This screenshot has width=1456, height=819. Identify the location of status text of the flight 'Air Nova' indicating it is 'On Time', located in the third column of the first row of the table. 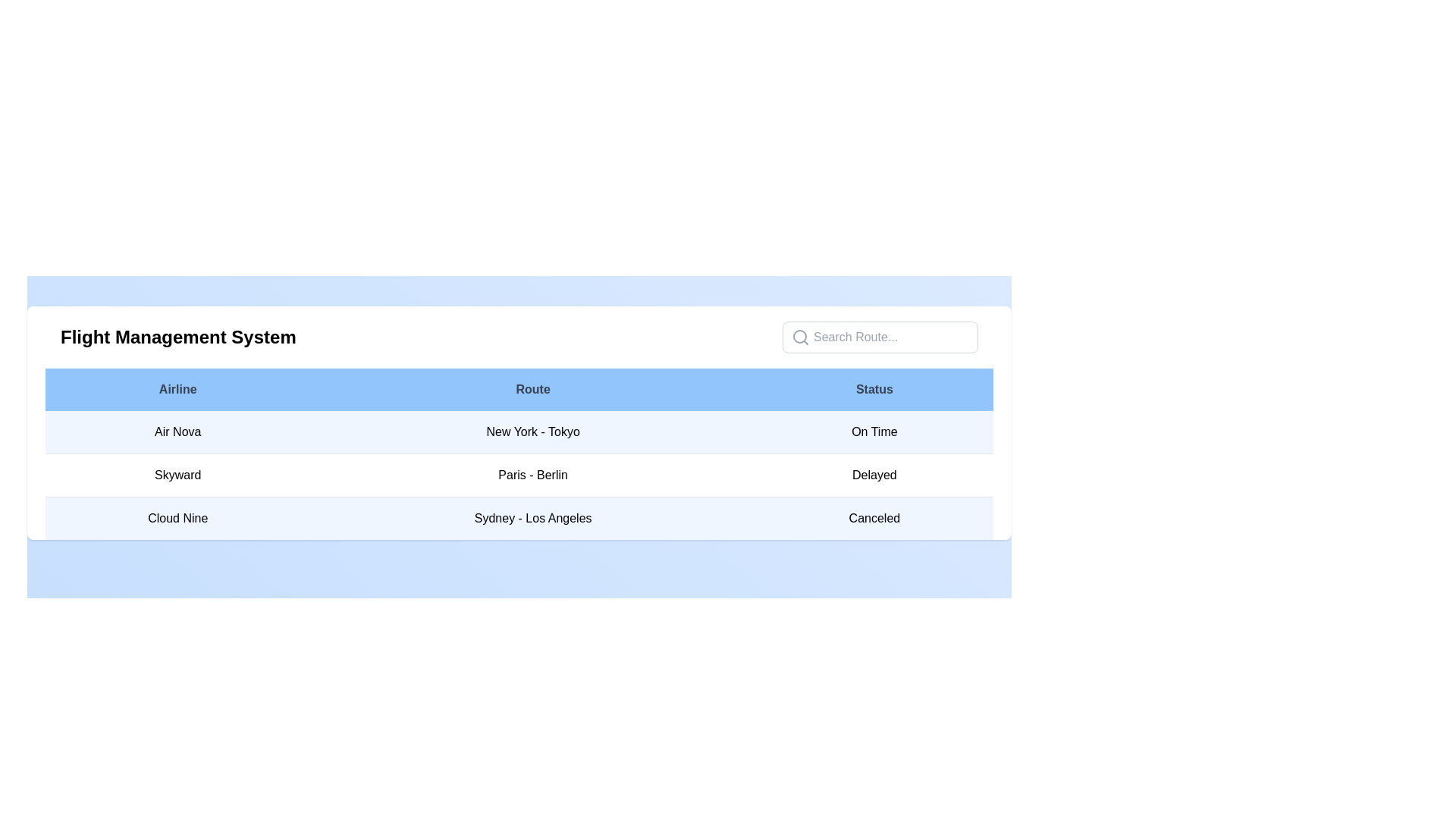
(874, 432).